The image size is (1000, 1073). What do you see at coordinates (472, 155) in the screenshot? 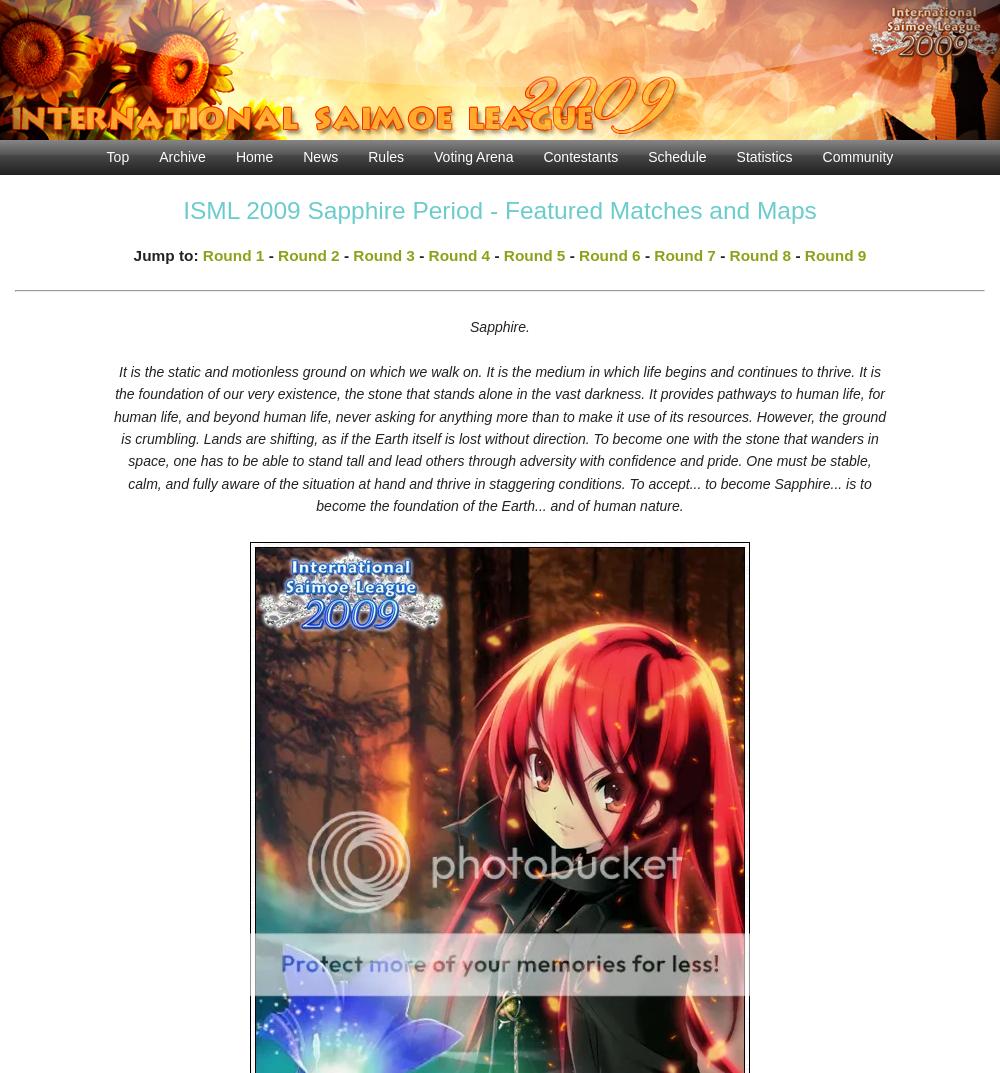
I see `'Voting Arena'` at bounding box center [472, 155].